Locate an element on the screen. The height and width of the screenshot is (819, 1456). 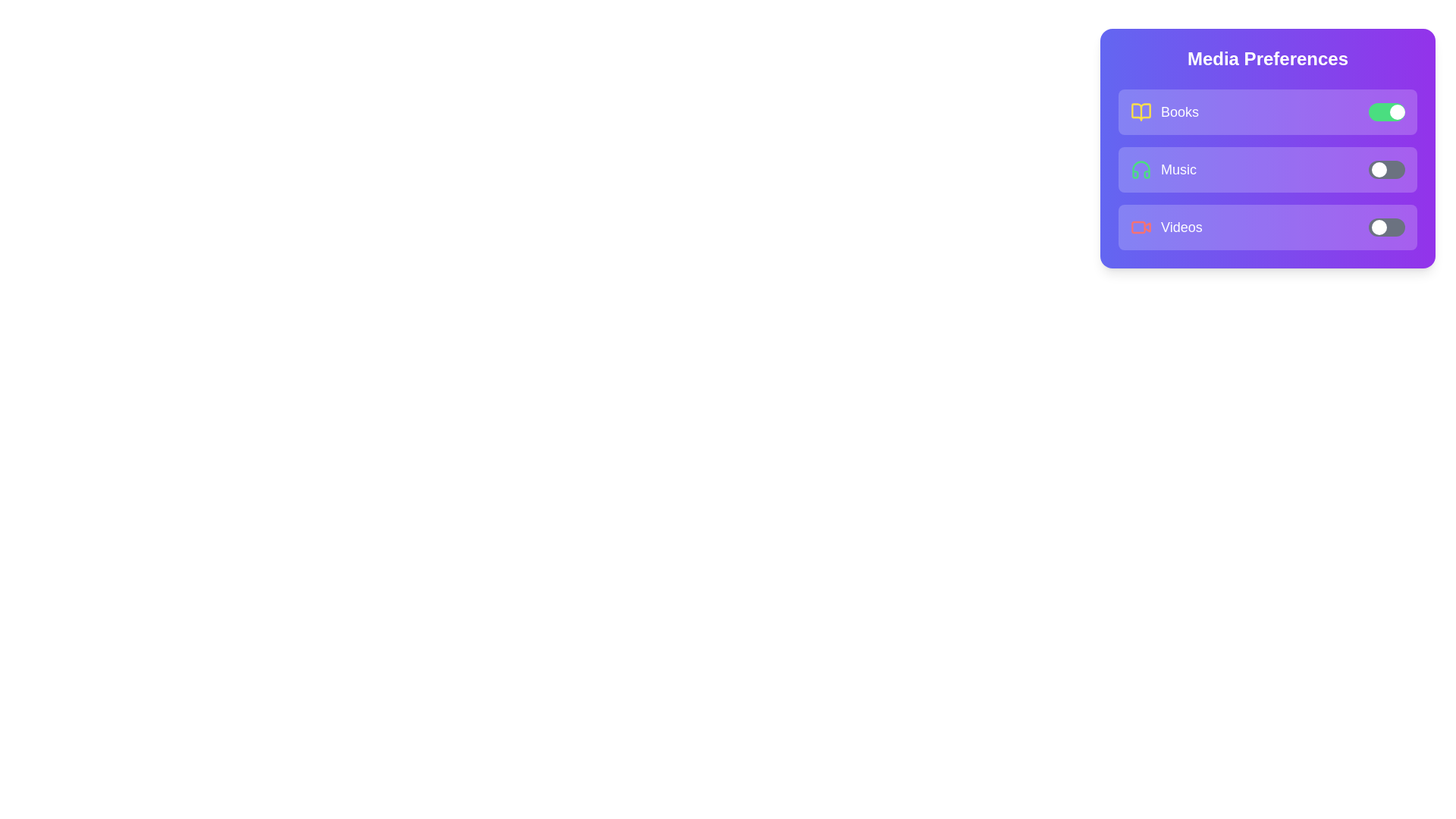
the 'Books' icon in the 'Media Preferences' settings, which is located in the first row to the left of the label 'Books' is located at coordinates (1141, 111).